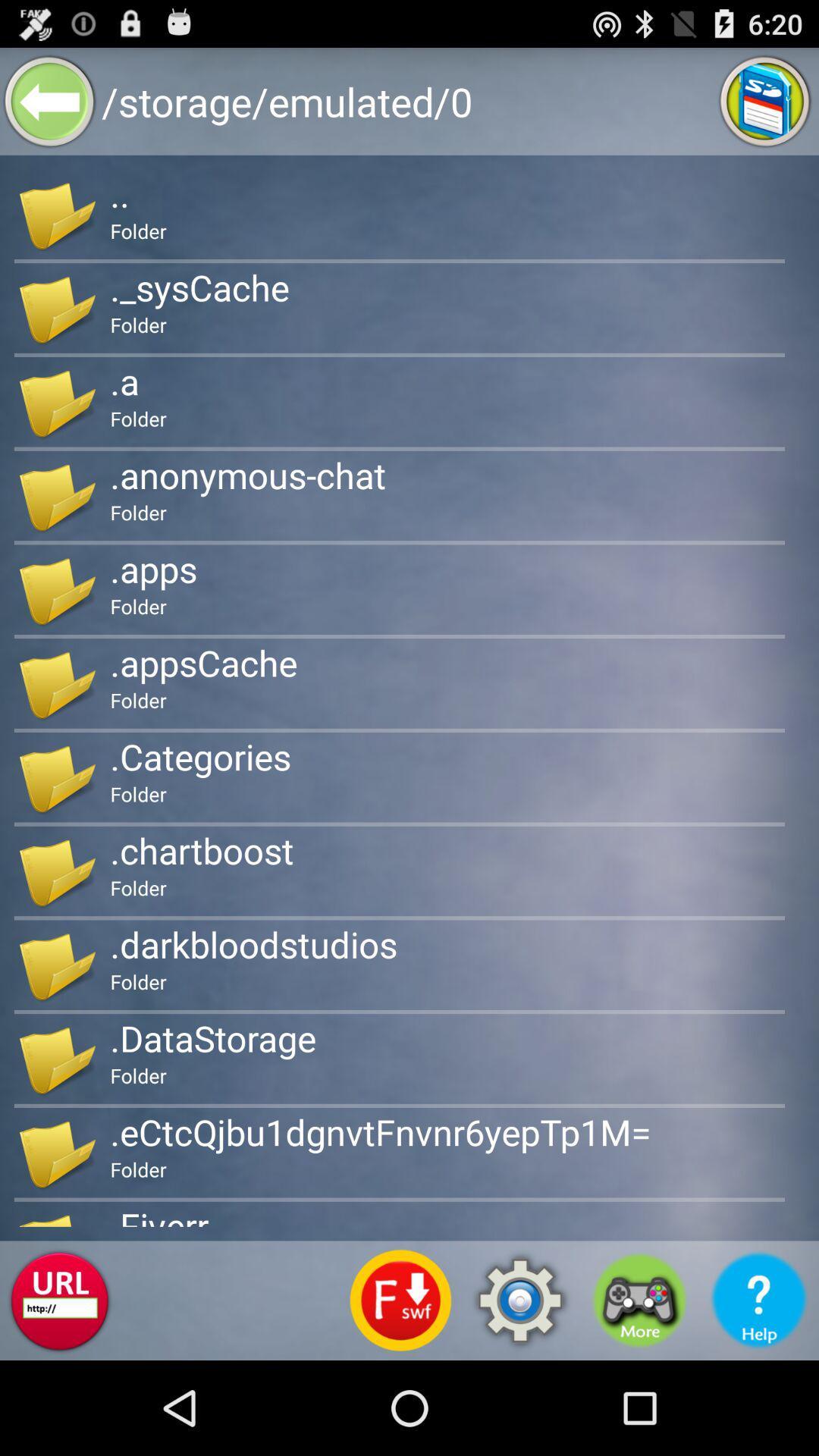 The height and width of the screenshot is (1456, 819). Describe the element at coordinates (247, 474) in the screenshot. I see `.anonymous-chat app` at that location.